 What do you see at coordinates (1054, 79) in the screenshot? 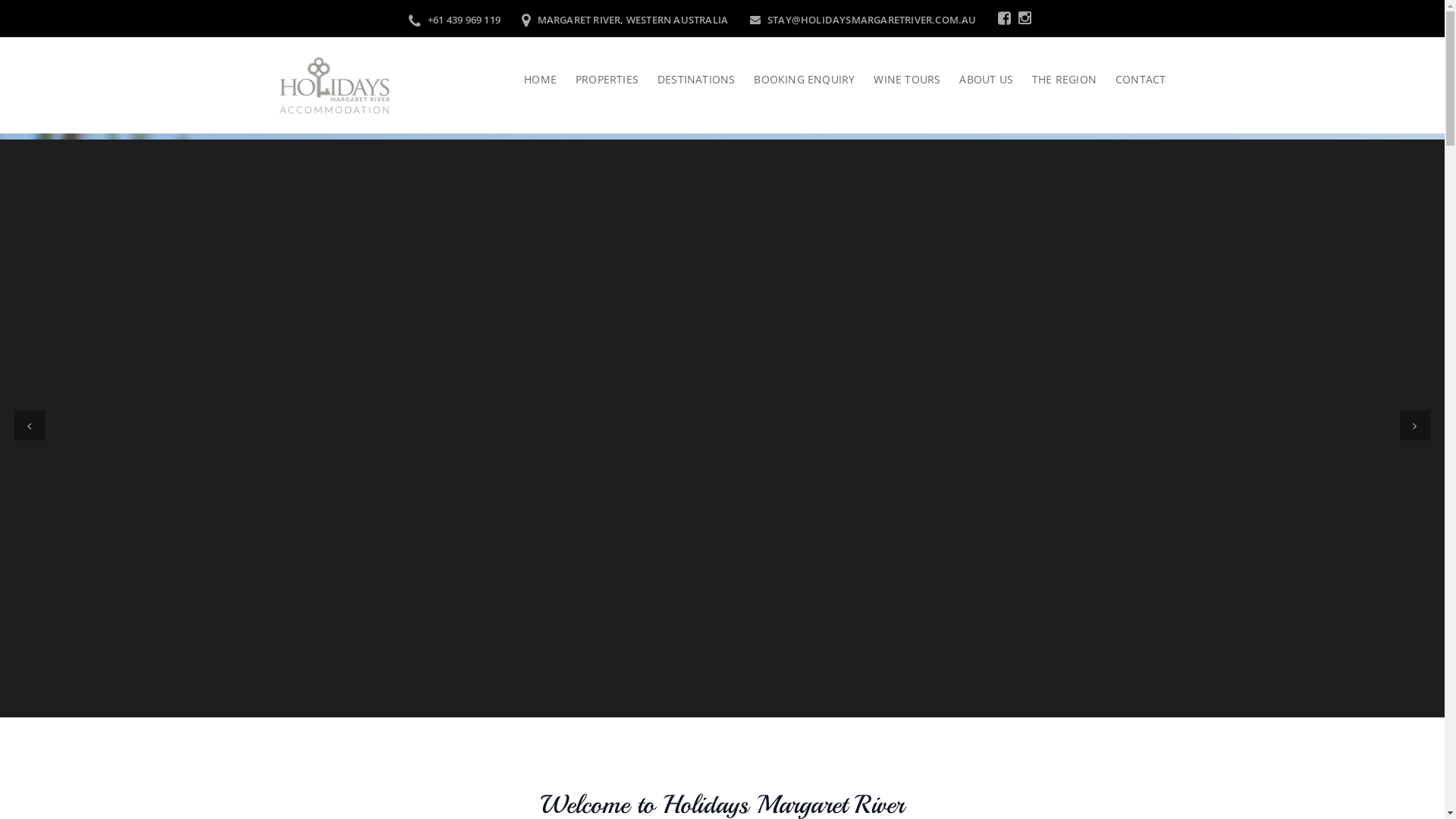
I see `'THE REGION'` at bounding box center [1054, 79].